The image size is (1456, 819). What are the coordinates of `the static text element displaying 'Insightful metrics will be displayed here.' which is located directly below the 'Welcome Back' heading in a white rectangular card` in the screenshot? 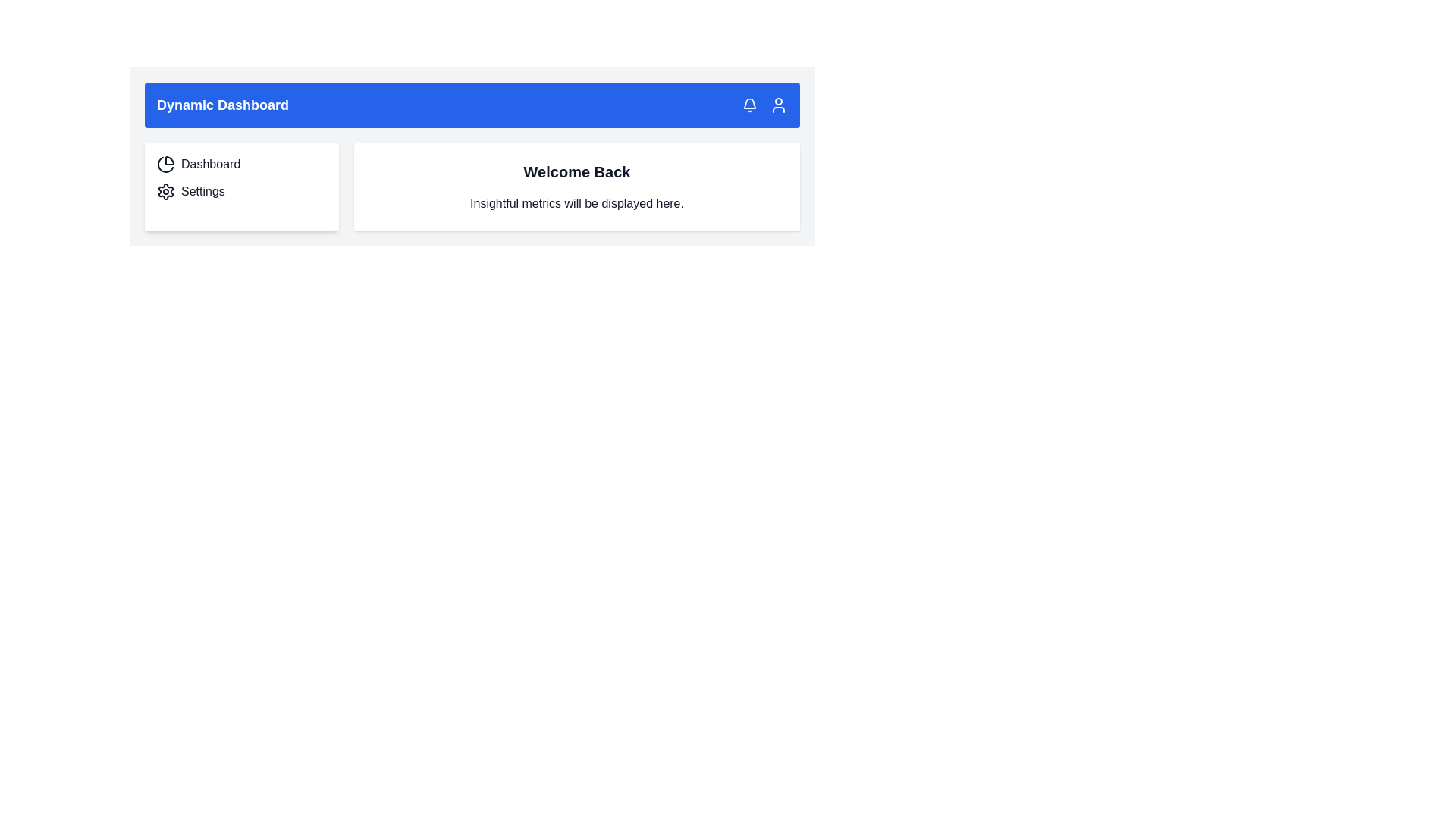 It's located at (576, 203).